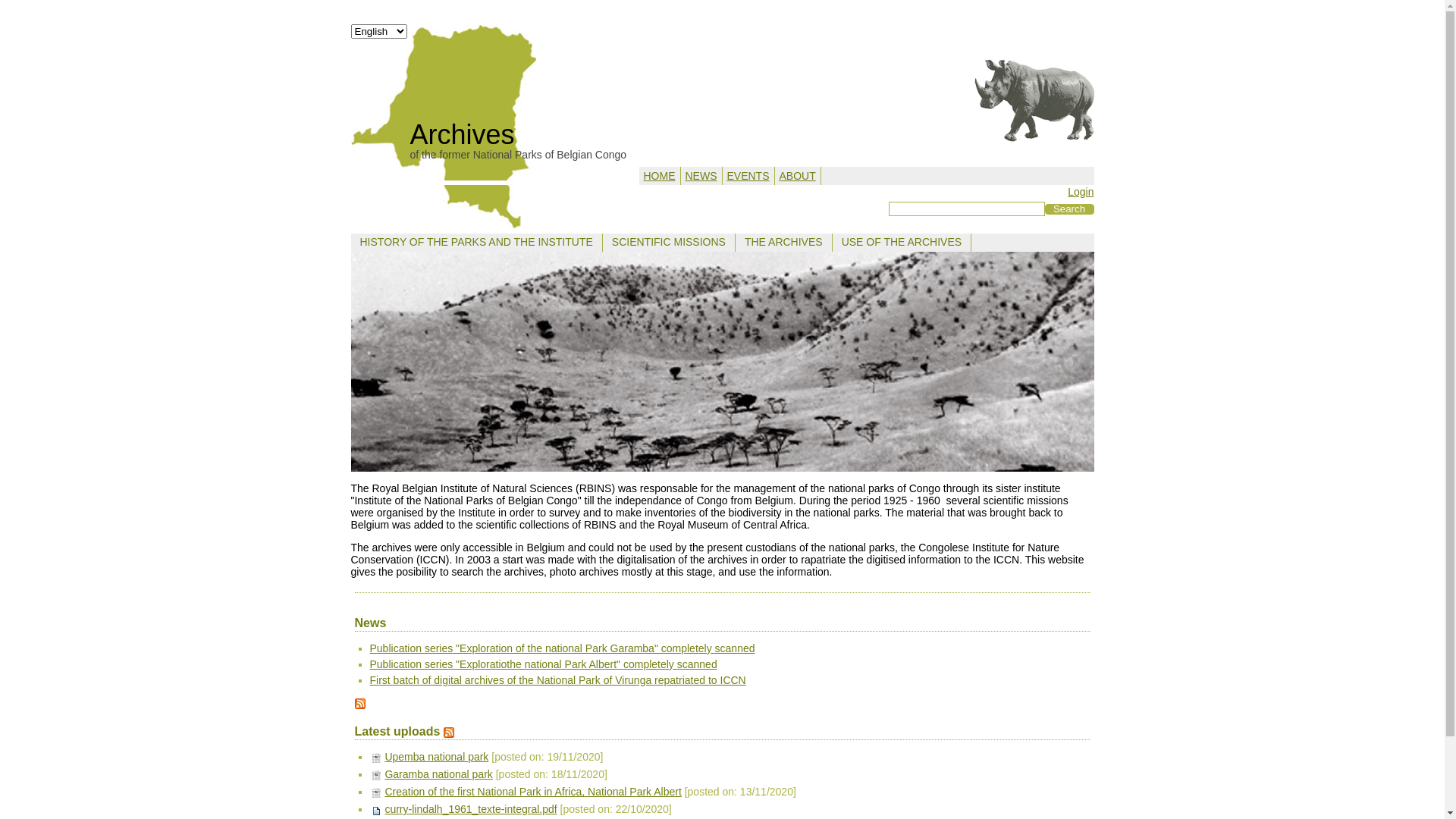  Describe the element at coordinates (1074, 362) in the screenshot. I see `'Next'` at that location.